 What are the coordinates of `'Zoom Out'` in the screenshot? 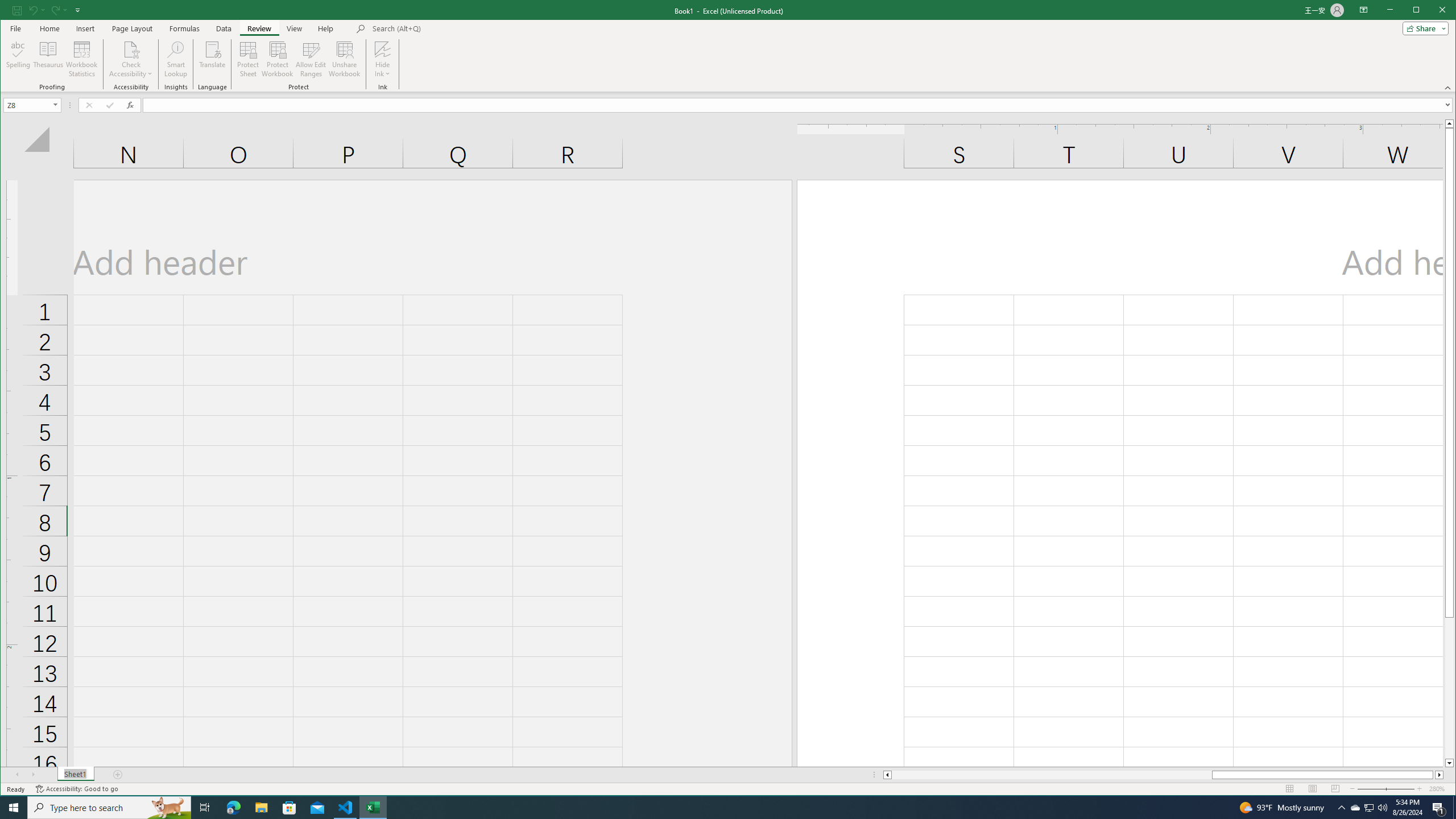 It's located at (1379, 788).